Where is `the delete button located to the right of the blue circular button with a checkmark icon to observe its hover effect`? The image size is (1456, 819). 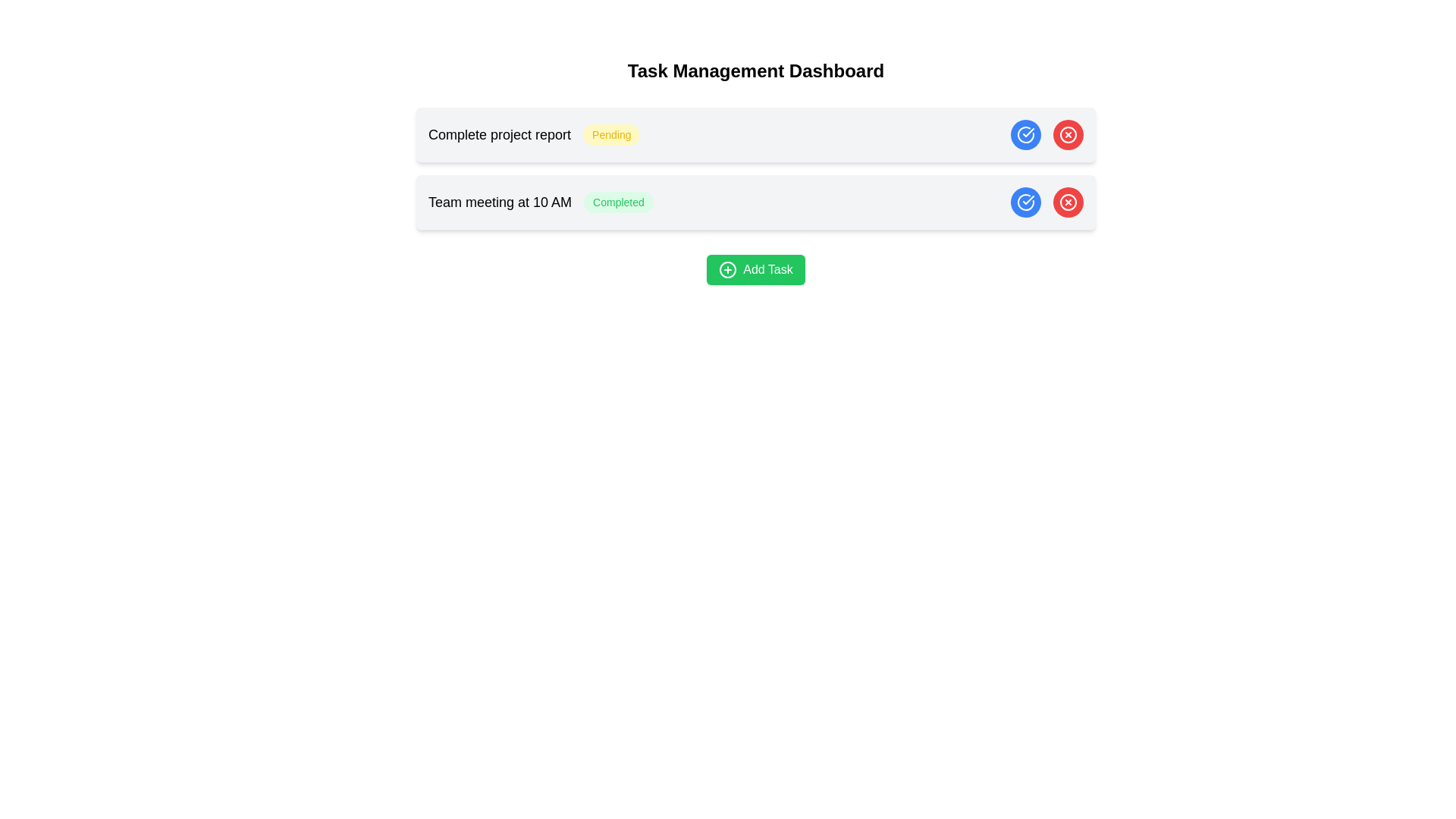
the delete button located to the right of the blue circular button with a checkmark icon to observe its hover effect is located at coordinates (1068, 201).